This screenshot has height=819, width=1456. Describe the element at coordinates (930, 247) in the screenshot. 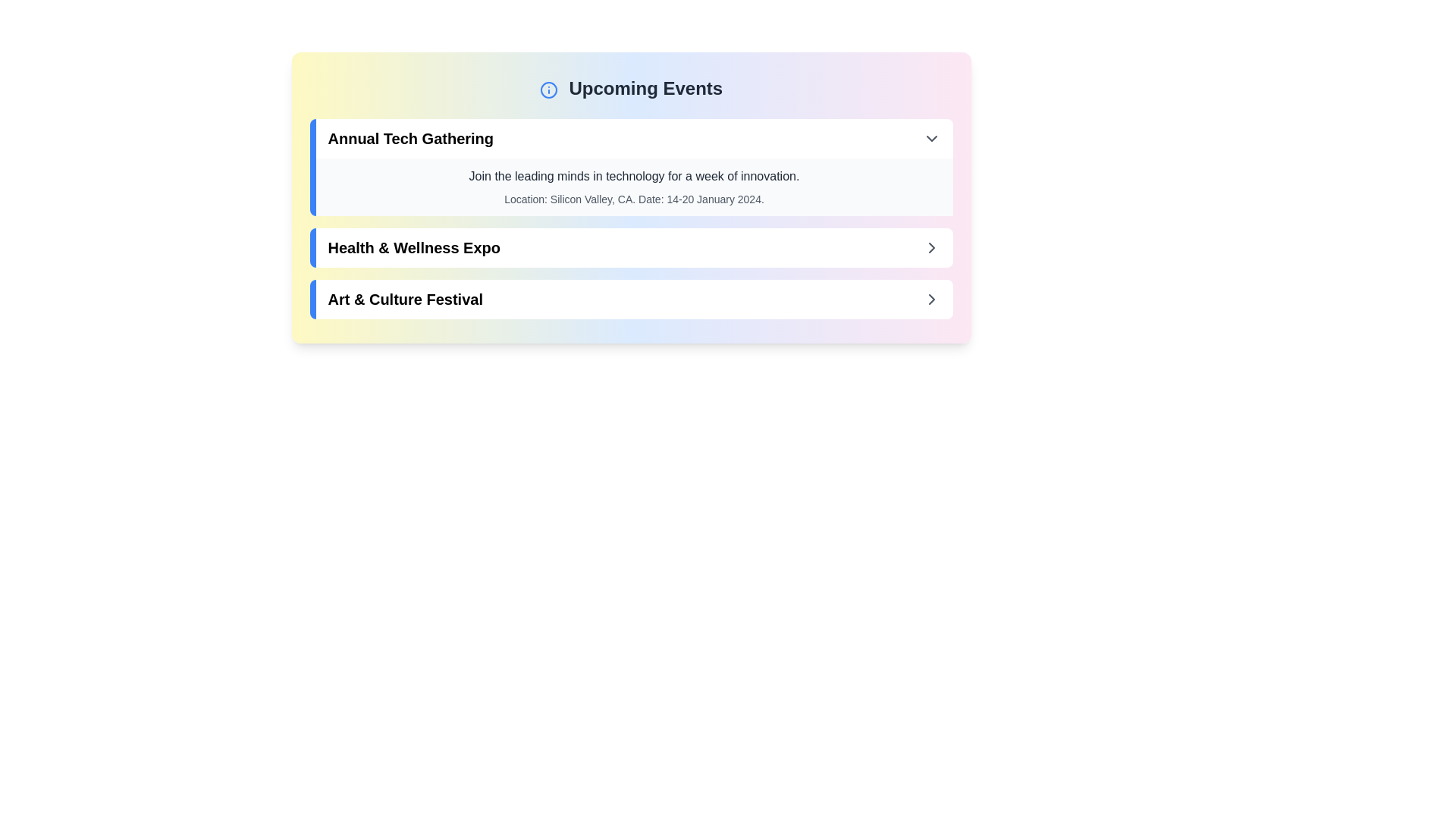

I see `the chevron icon indicating further navigation for the 'Health & Wellness Expo' section` at that location.